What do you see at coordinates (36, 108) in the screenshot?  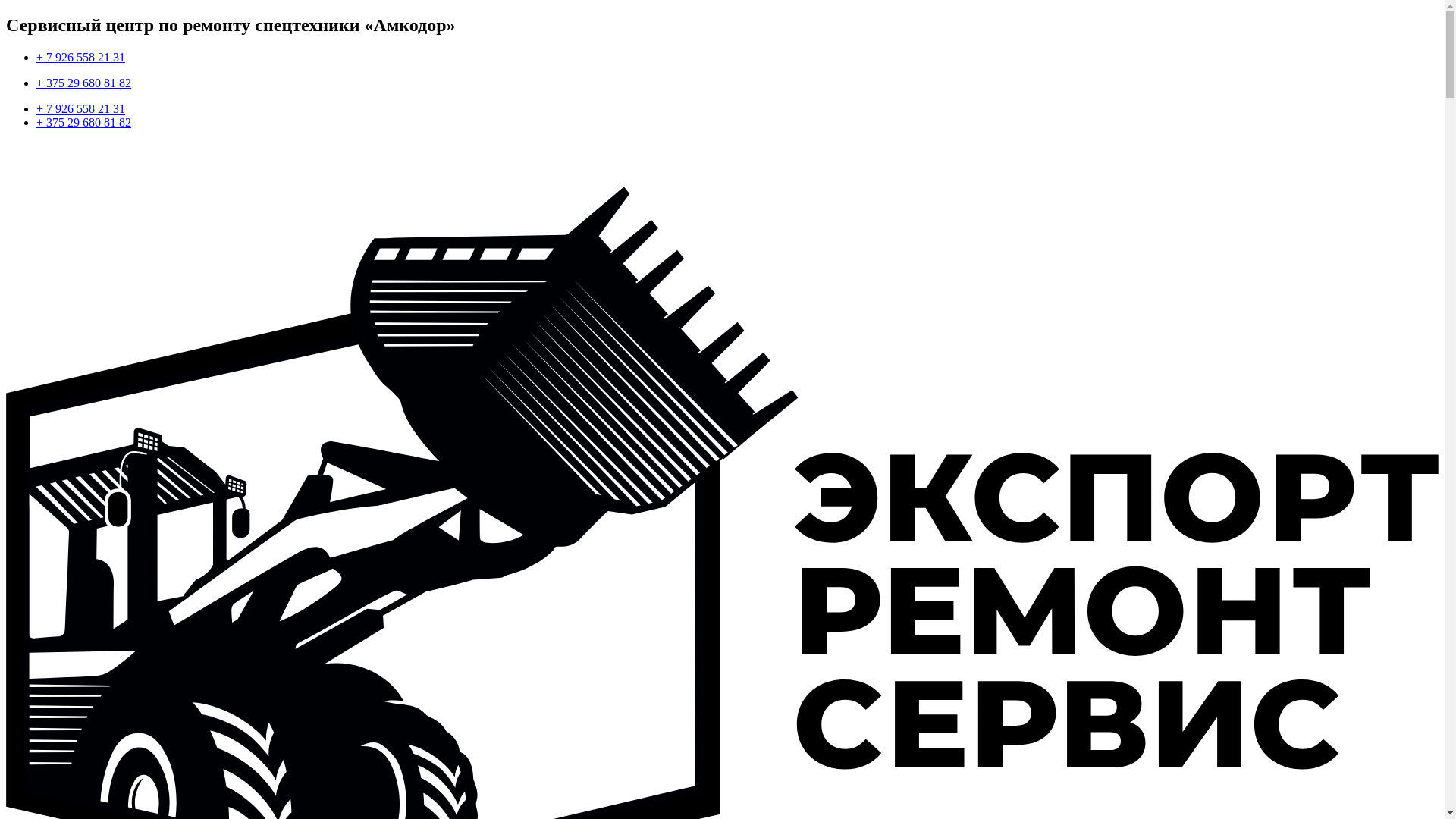 I see `'+ 7 926 558 21 31'` at bounding box center [36, 108].